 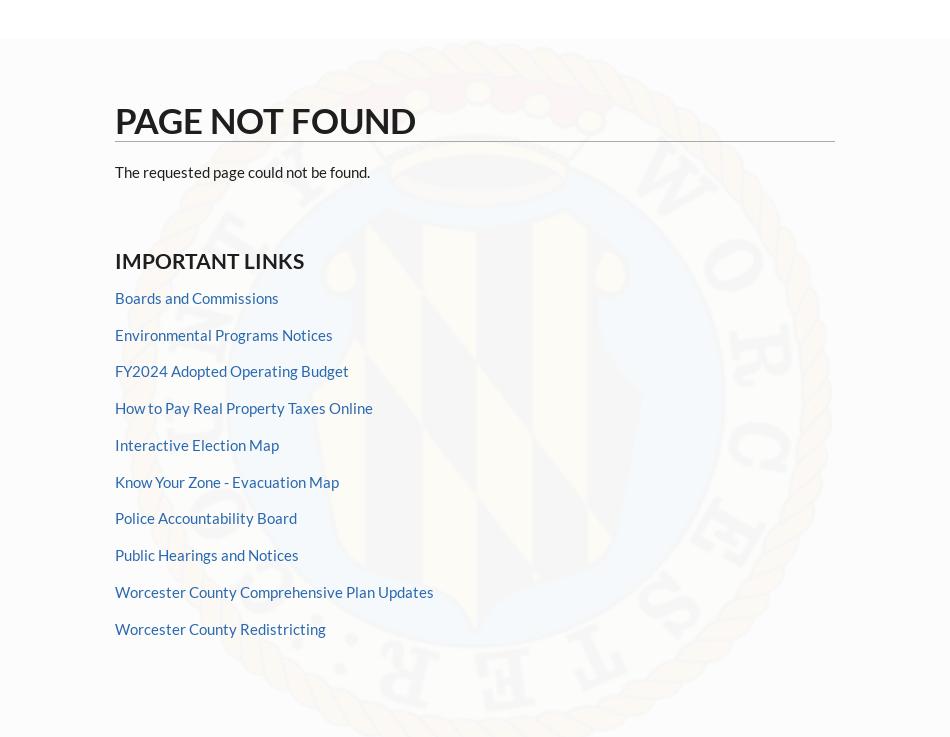 I want to click on 'Worcester County Comprehensive Plan Updates', so click(x=273, y=590).